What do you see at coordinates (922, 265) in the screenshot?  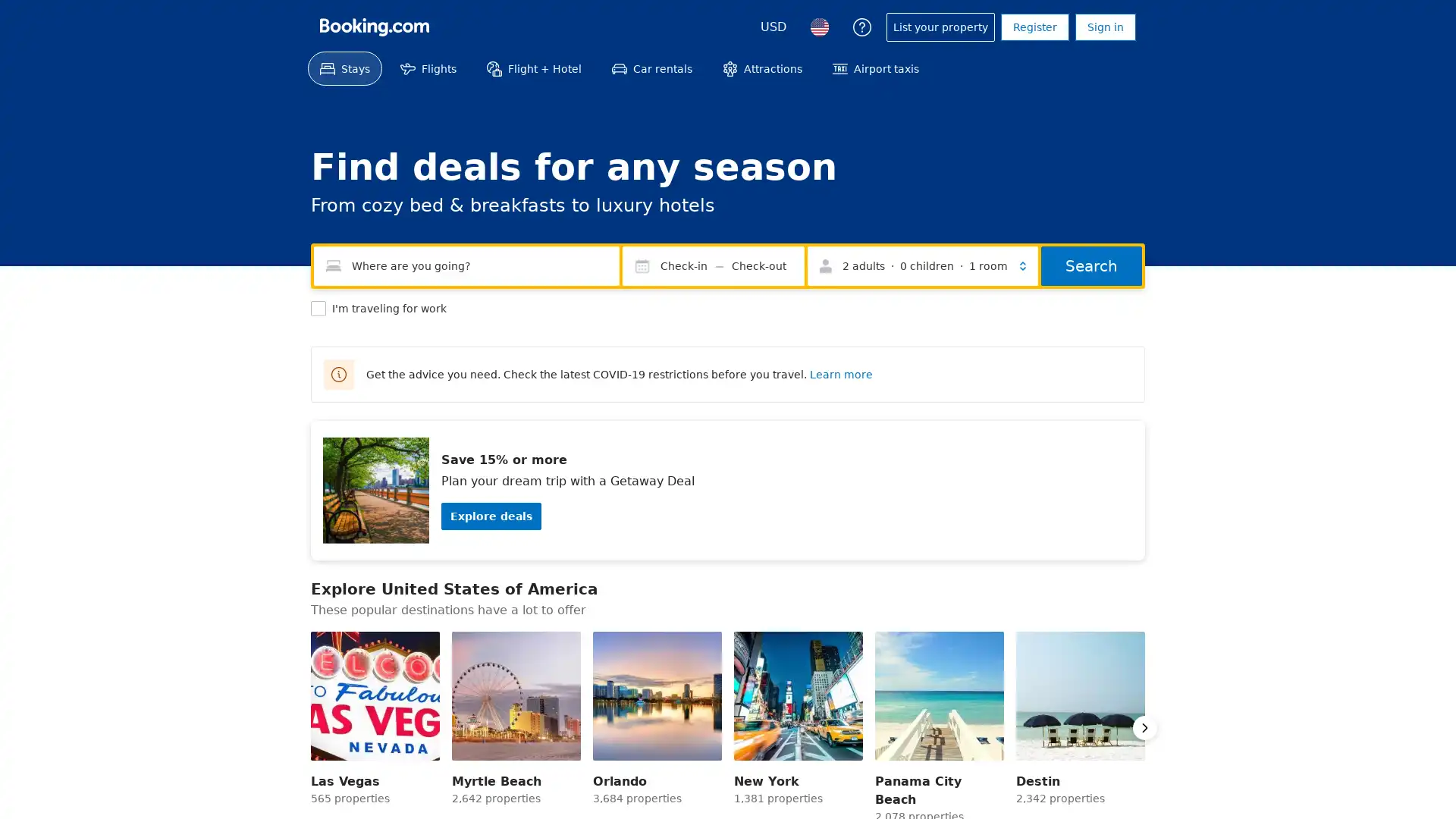 I see `Rooms and occupancy 2 adults    0 children   1 room` at bounding box center [922, 265].